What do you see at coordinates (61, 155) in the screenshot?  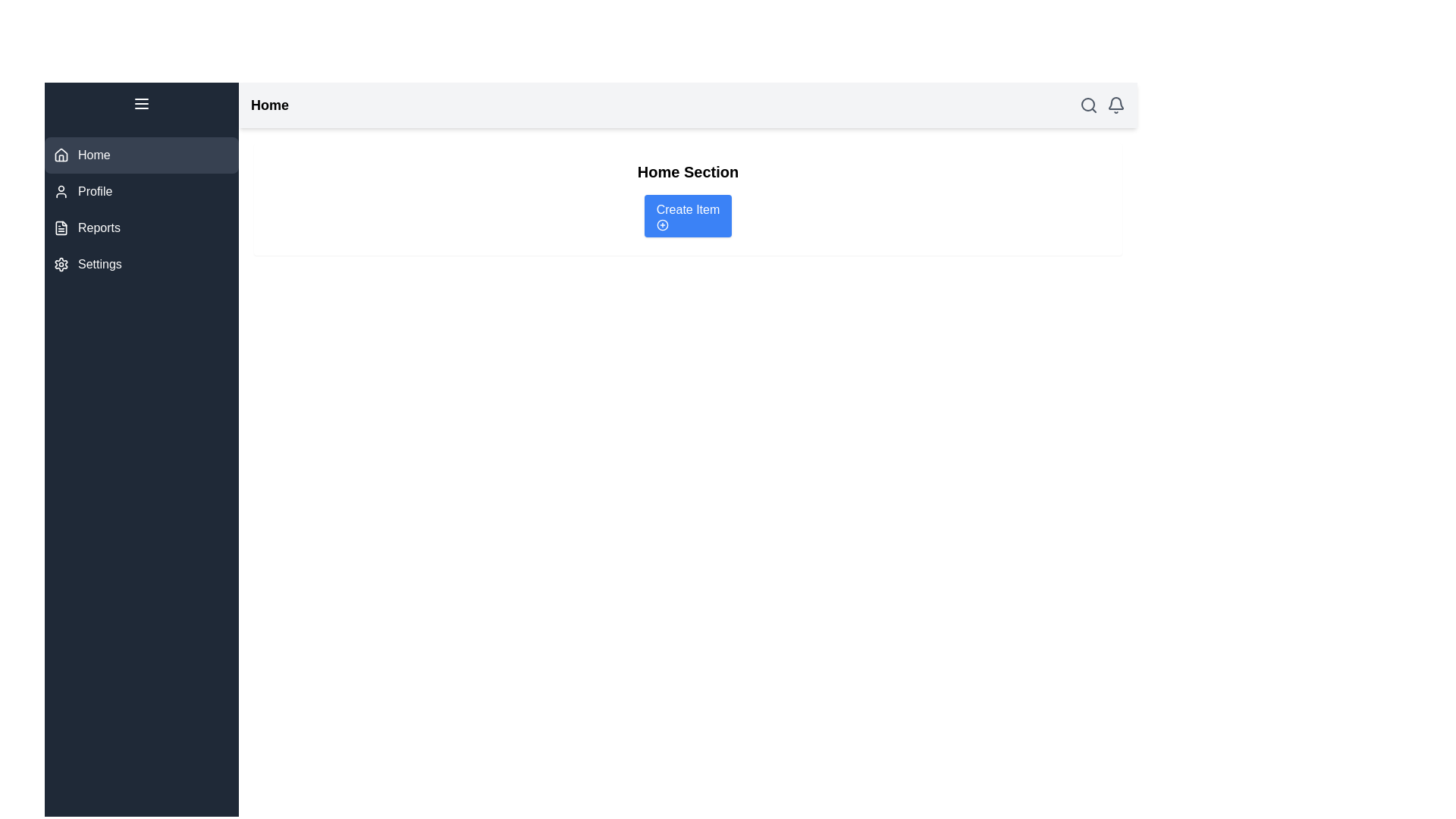 I see `the 'Home' icon located at the top of the left sidebar menu` at bounding box center [61, 155].